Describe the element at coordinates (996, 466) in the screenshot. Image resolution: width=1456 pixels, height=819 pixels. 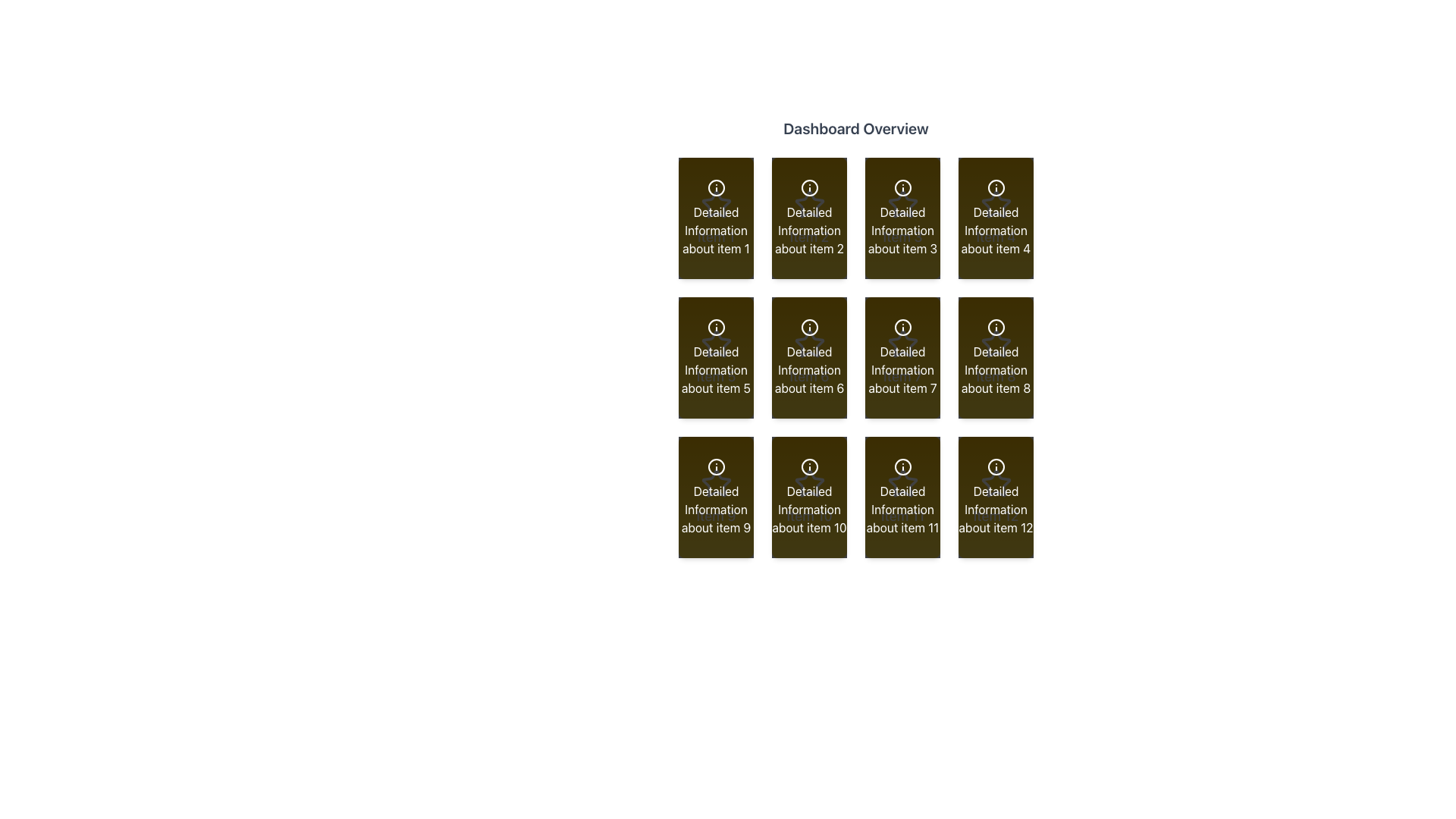
I see `the central circular part of the icon located in the bottom-right button of a 4x3 grid layout` at that location.